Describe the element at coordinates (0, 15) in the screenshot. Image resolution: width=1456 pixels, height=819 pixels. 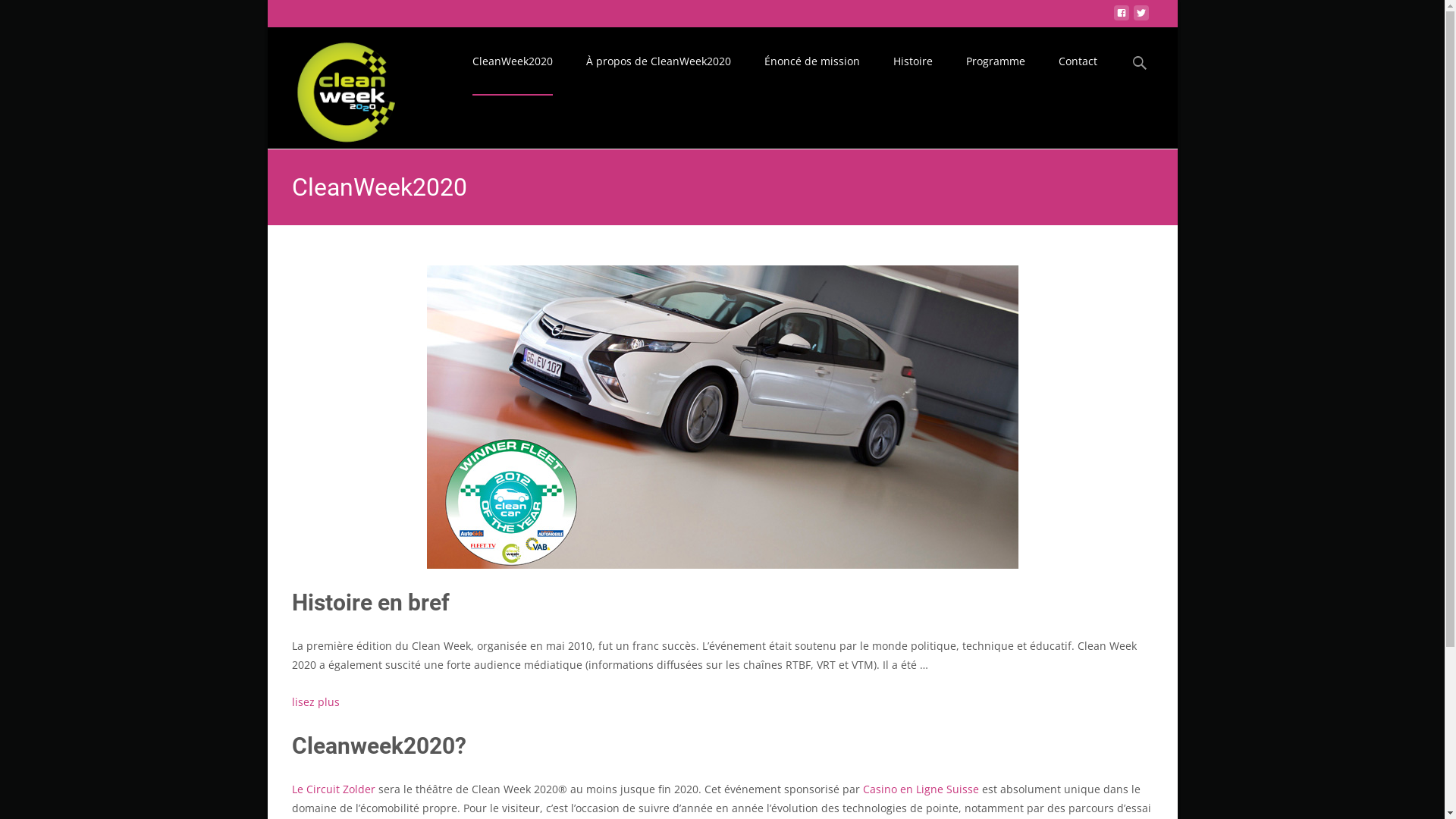
I see `'Search'` at that location.